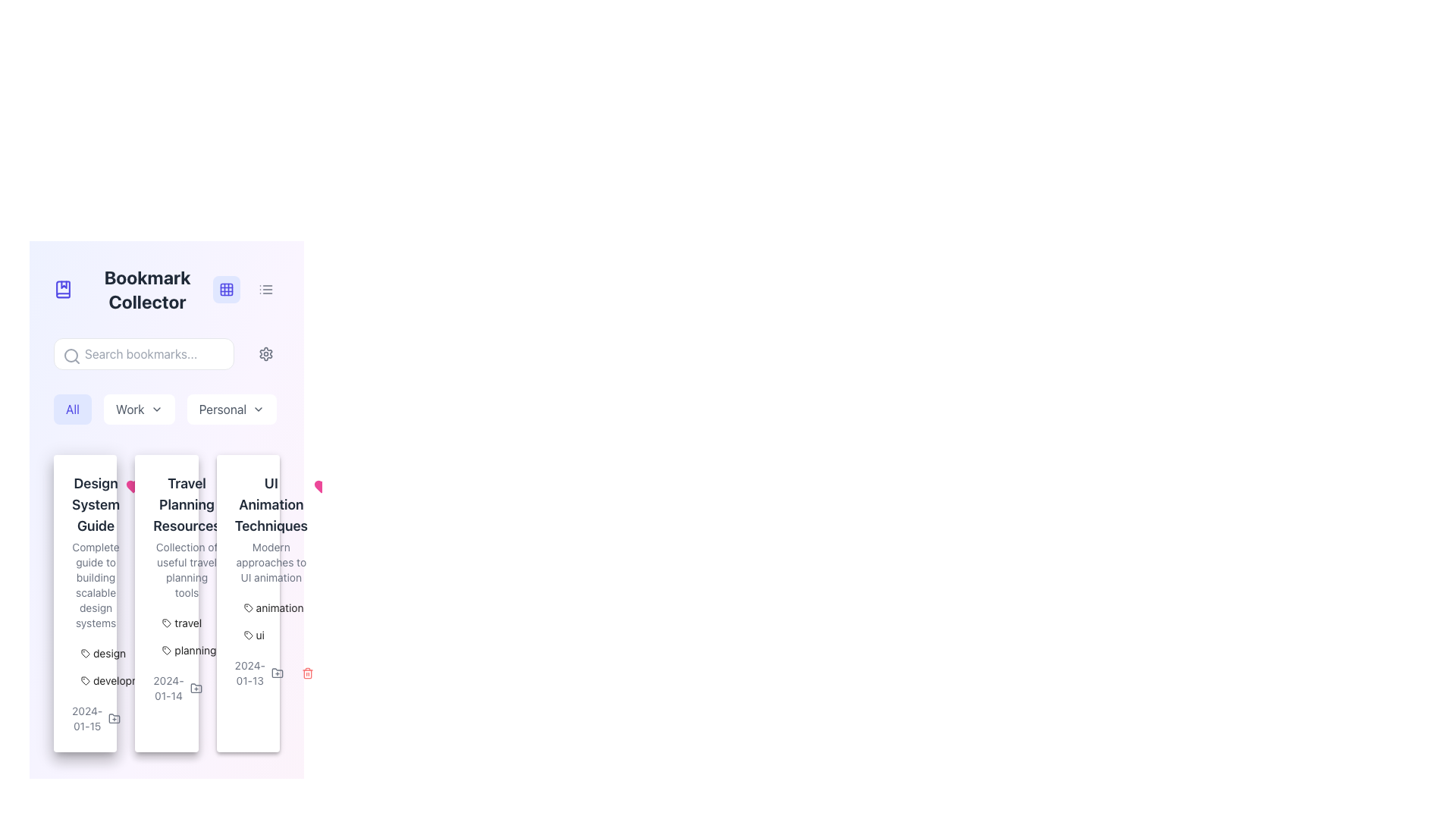 This screenshot has width=1456, height=819. What do you see at coordinates (188, 649) in the screenshot?
I see `the 'planning' tag label with a soft purple background located in the 'Travel Planning Resources' card` at bounding box center [188, 649].